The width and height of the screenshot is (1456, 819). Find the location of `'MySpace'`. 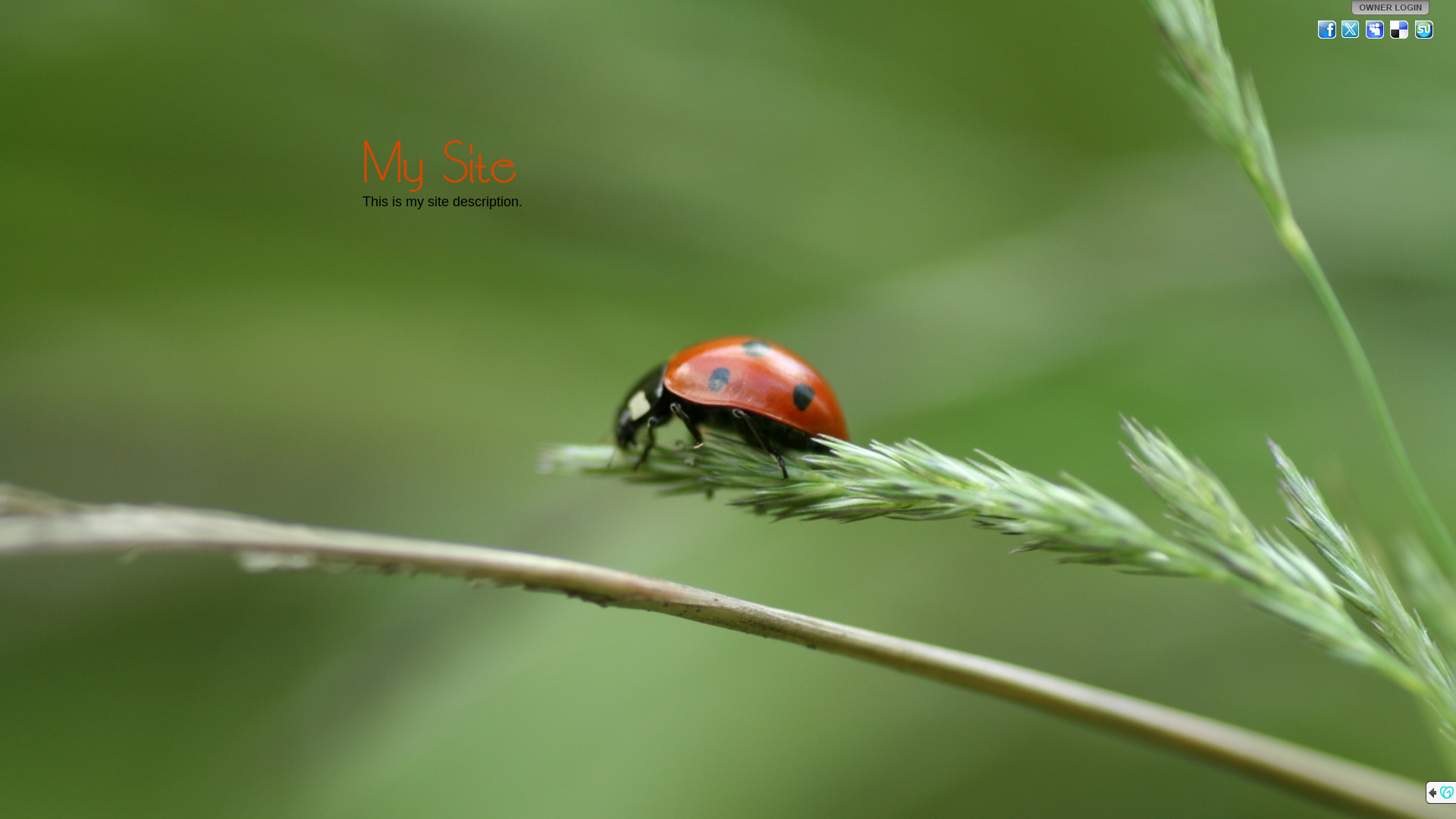

'MySpace' is located at coordinates (1365, 29).